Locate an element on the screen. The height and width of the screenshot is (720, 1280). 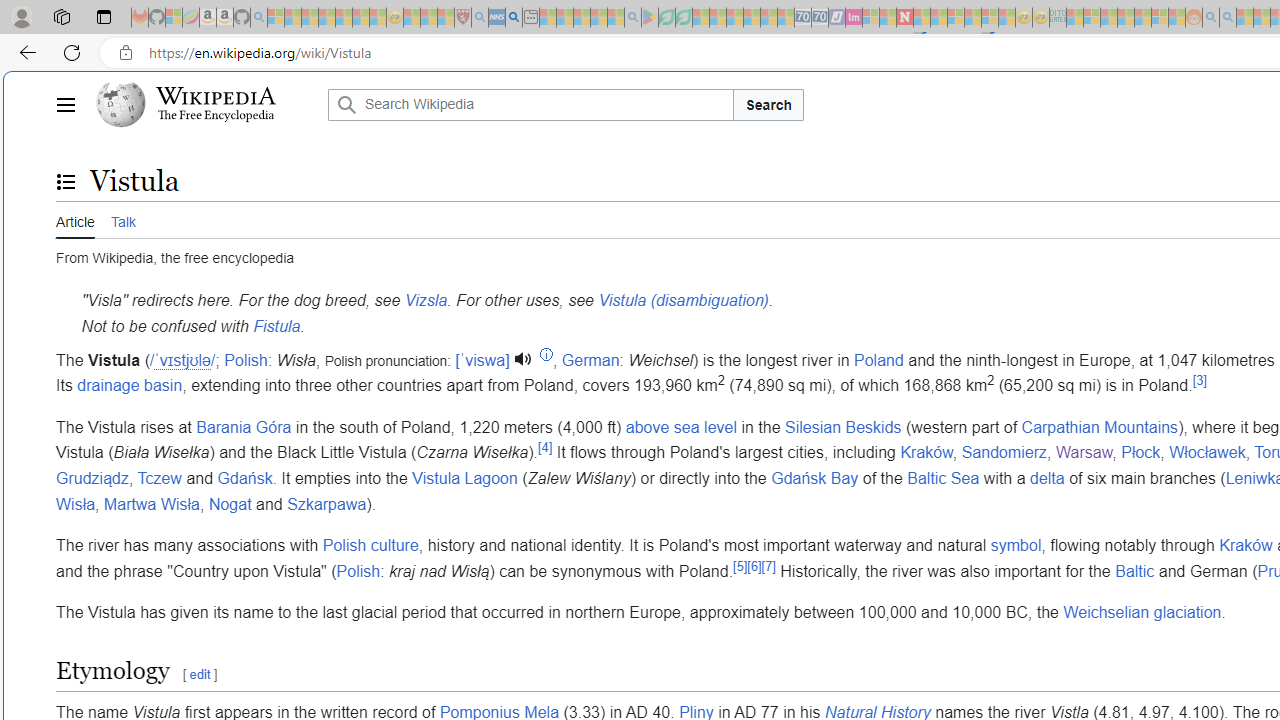
'Local - MSN - Sleeping' is located at coordinates (445, 17).